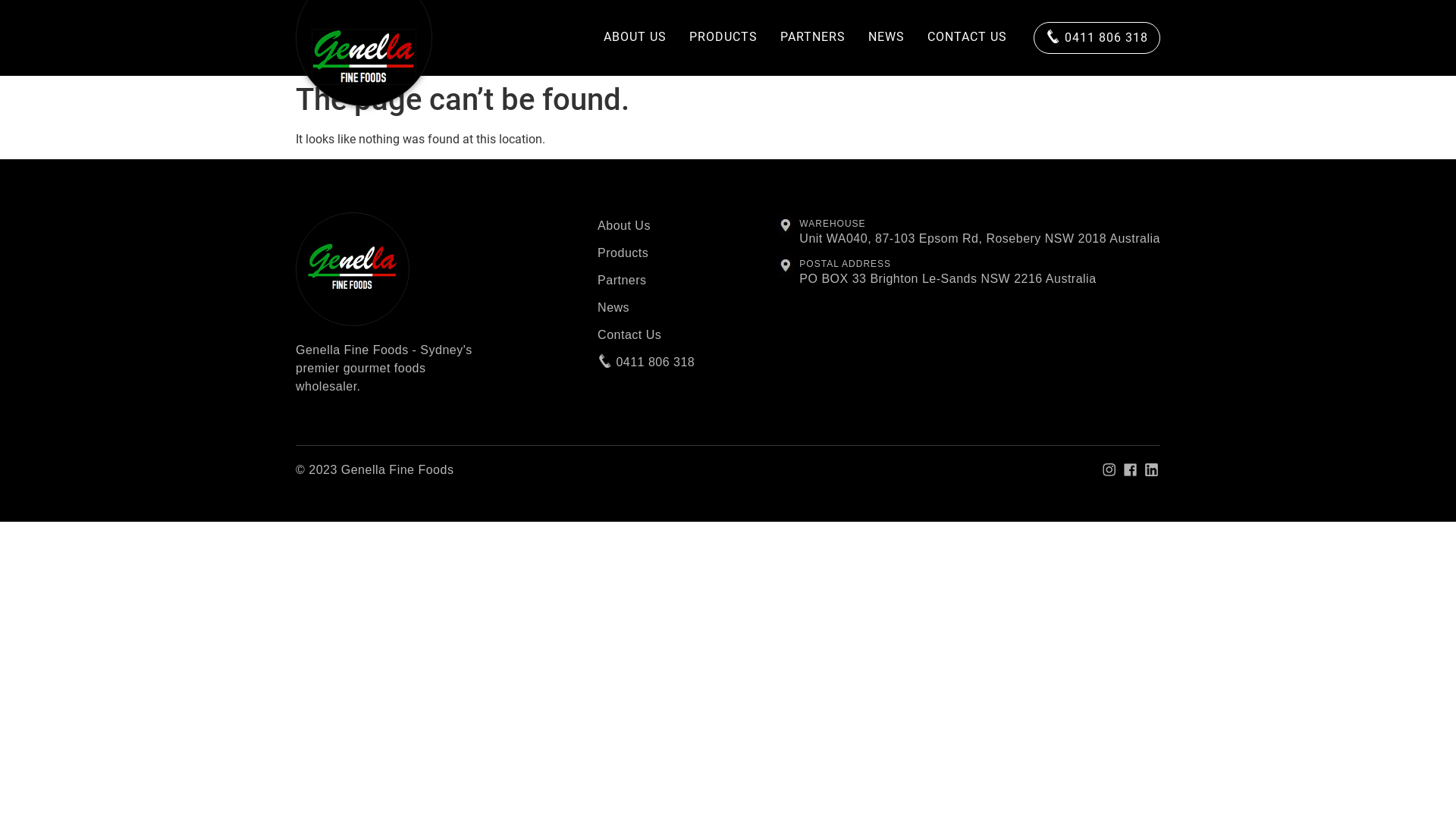 The width and height of the screenshot is (1456, 819). Describe the element at coordinates (645, 307) in the screenshot. I see `'News'` at that location.